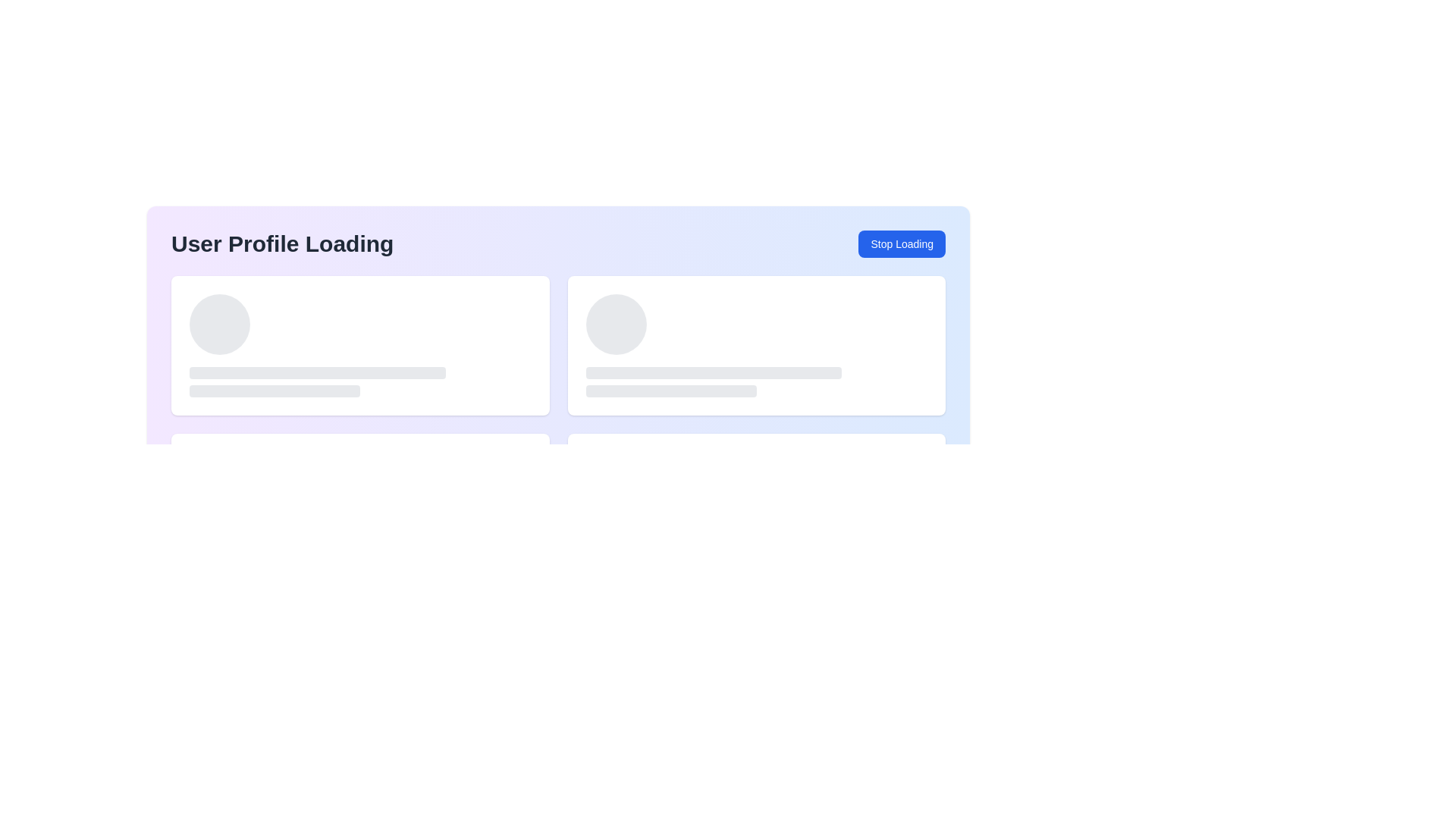  I want to click on the Loading Placeholder Component, which visually represents a placeholder for loading content, positioned on the right side of a horizontal layout next to a similar section on the left and adjacent to a 'Stop Loading' button, so click(756, 345).